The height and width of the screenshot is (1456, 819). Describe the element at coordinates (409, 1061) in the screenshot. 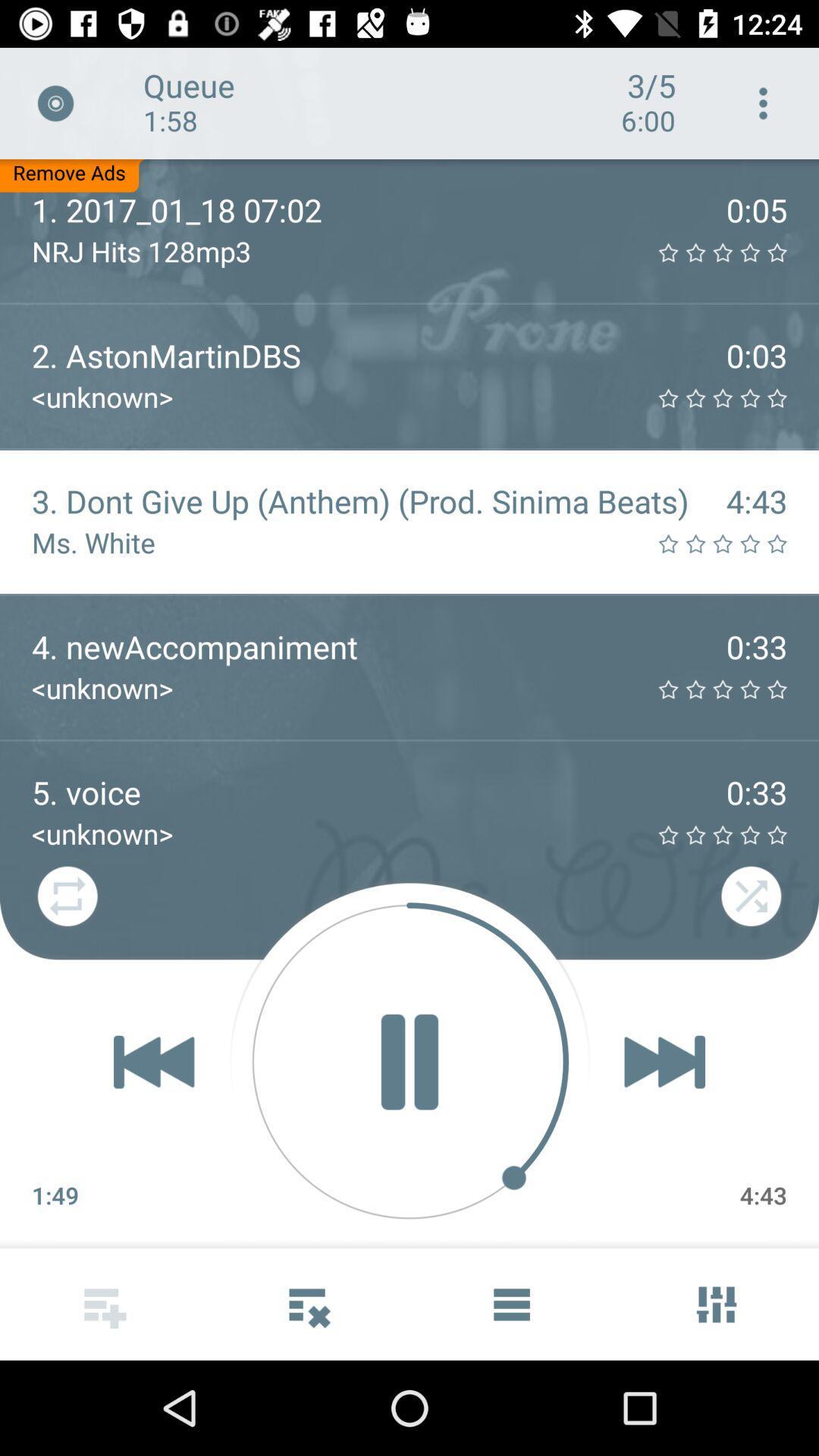

I see `the item below the <unknown> item` at that location.